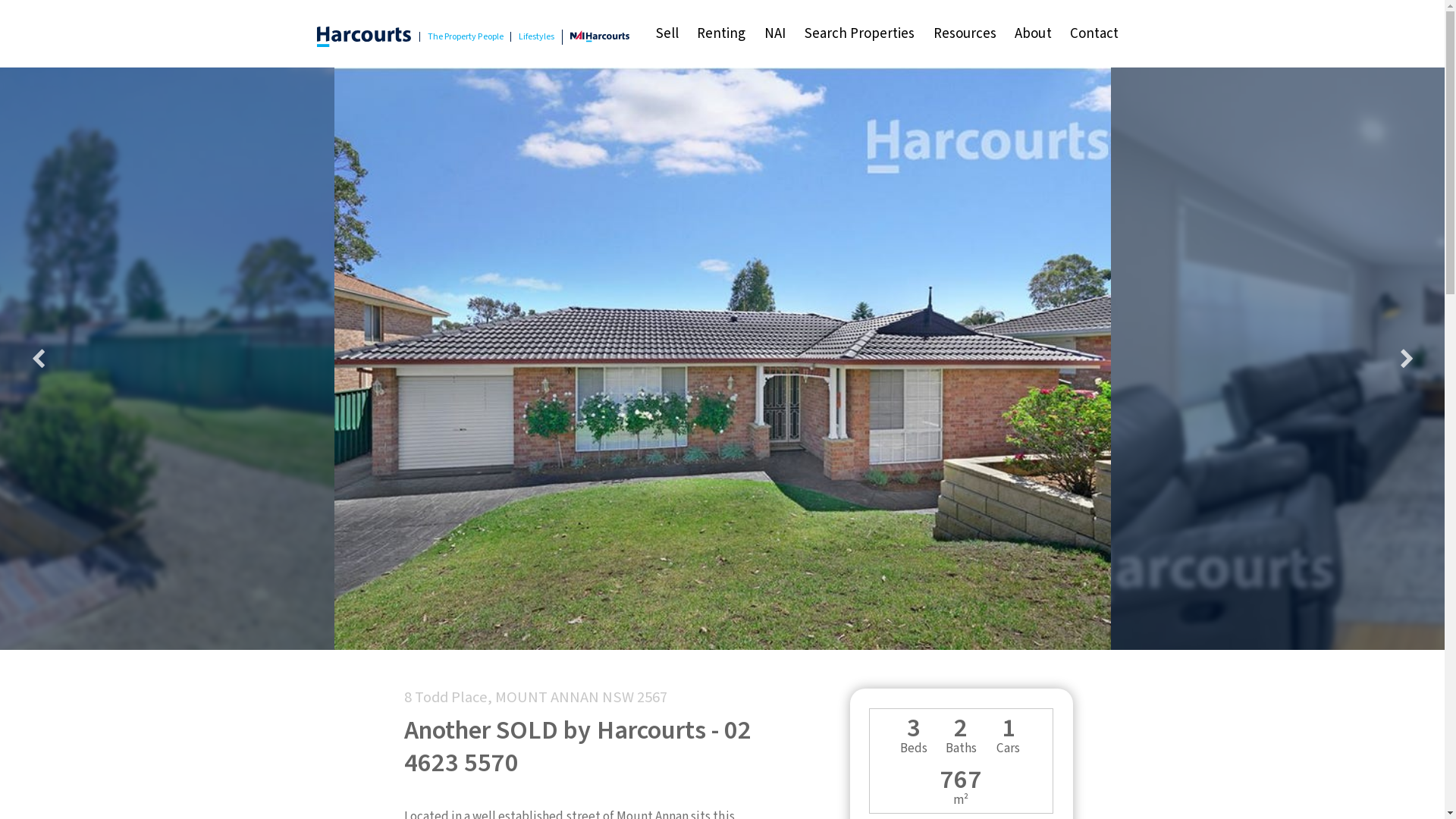  I want to click on 'NAI', so click(775, 34).